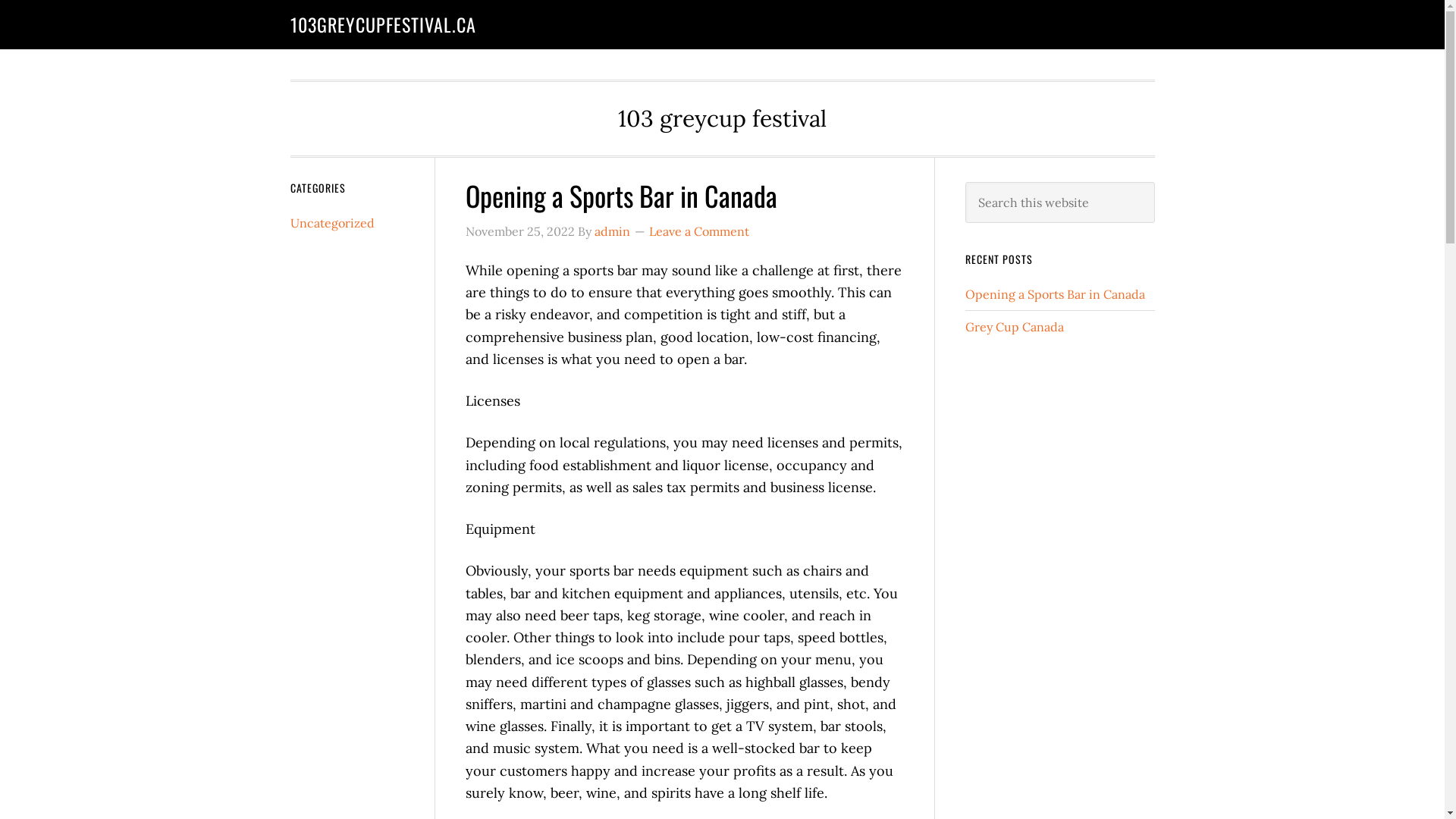  What do you see at coordinates (290, 222) in the screenshot?
I see `'Uncategorized'` at bounding box center [290, 222].